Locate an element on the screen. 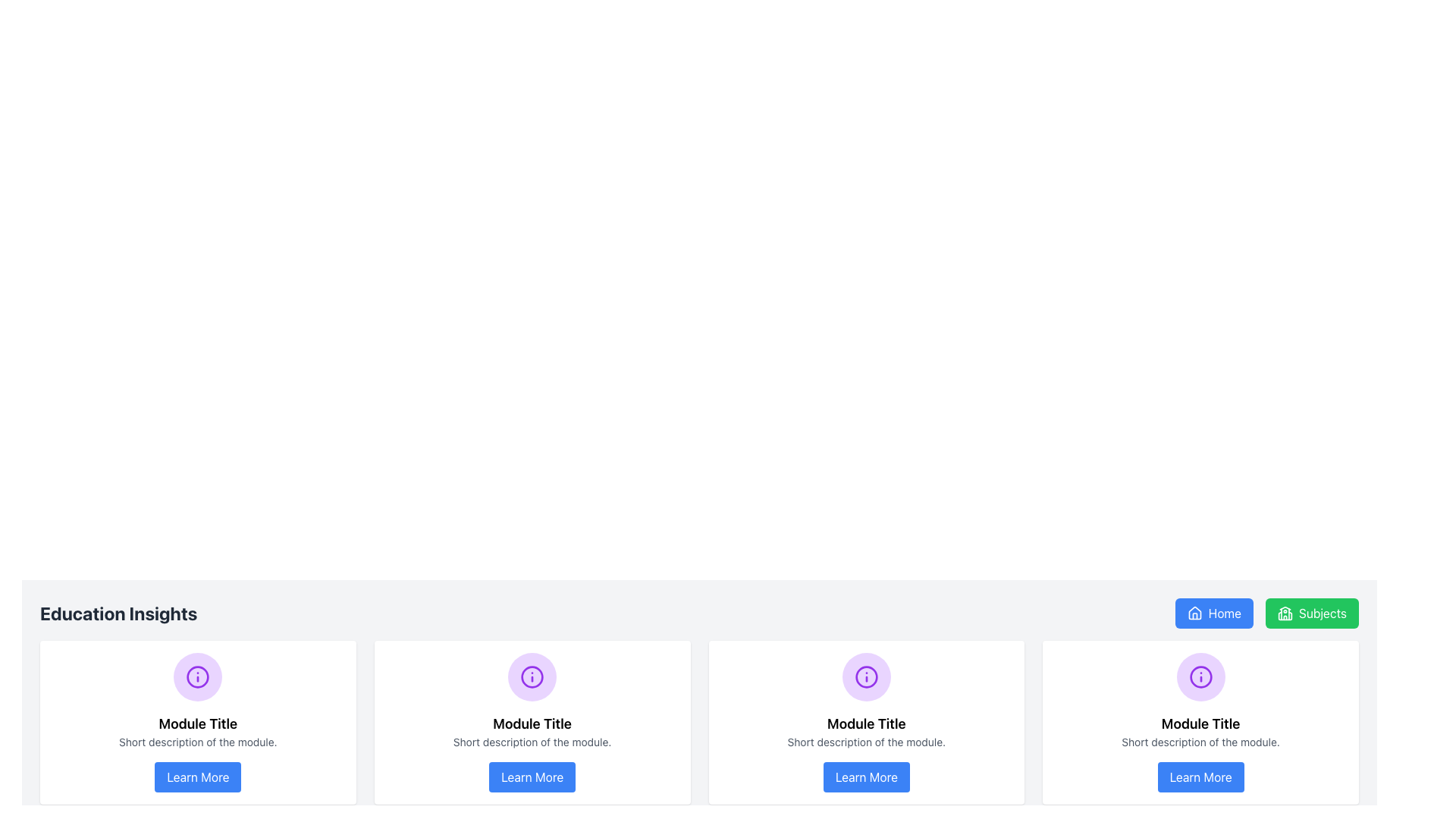 The width and height of the screenshot is (1456, 819). the blue 'Learn More' button located at the bottom center of the card to observe the hover effects is located at coordinates (532, 777).